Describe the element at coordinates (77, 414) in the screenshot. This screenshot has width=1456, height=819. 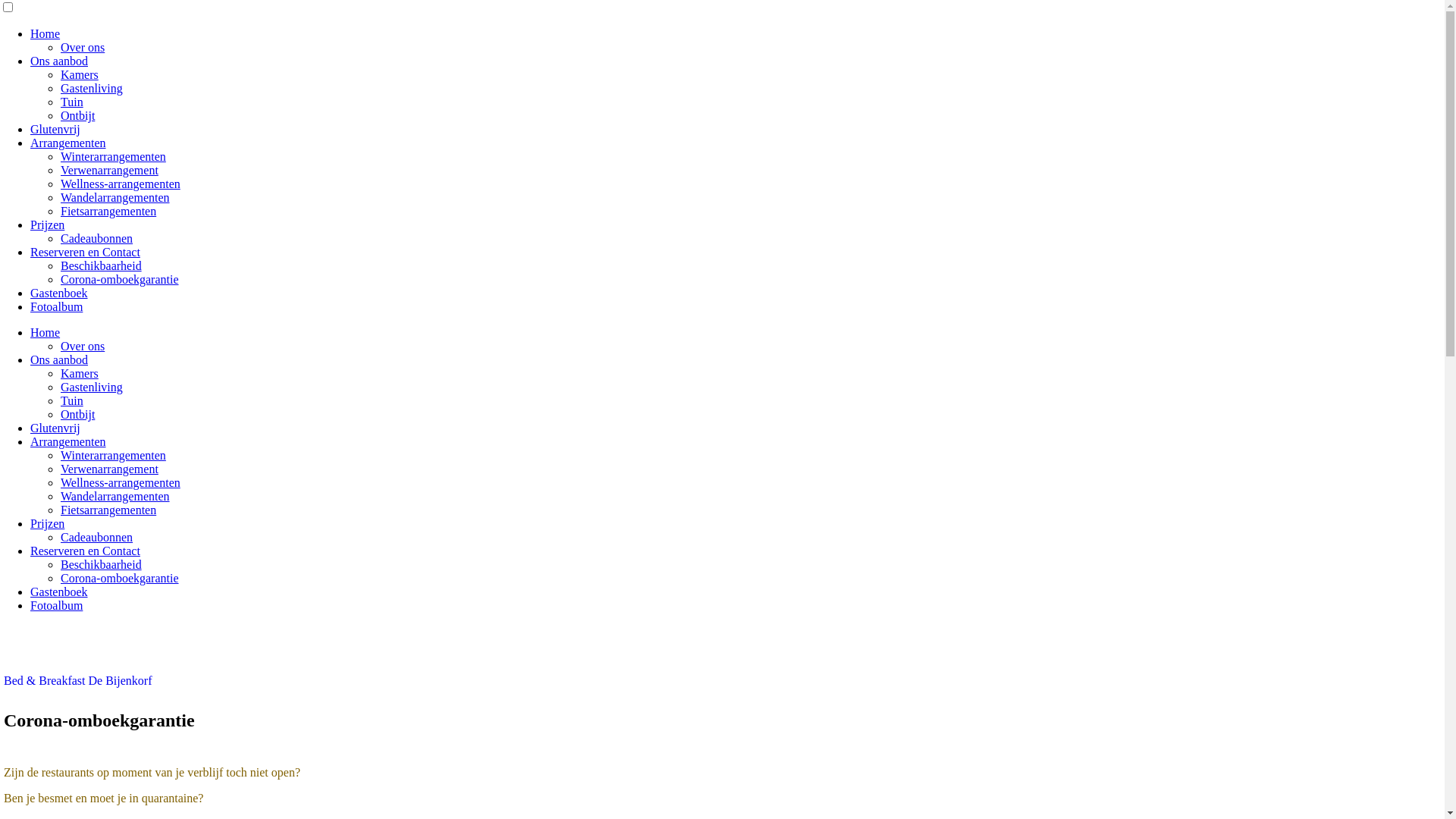
I see `'Ontbijt'` at that location.